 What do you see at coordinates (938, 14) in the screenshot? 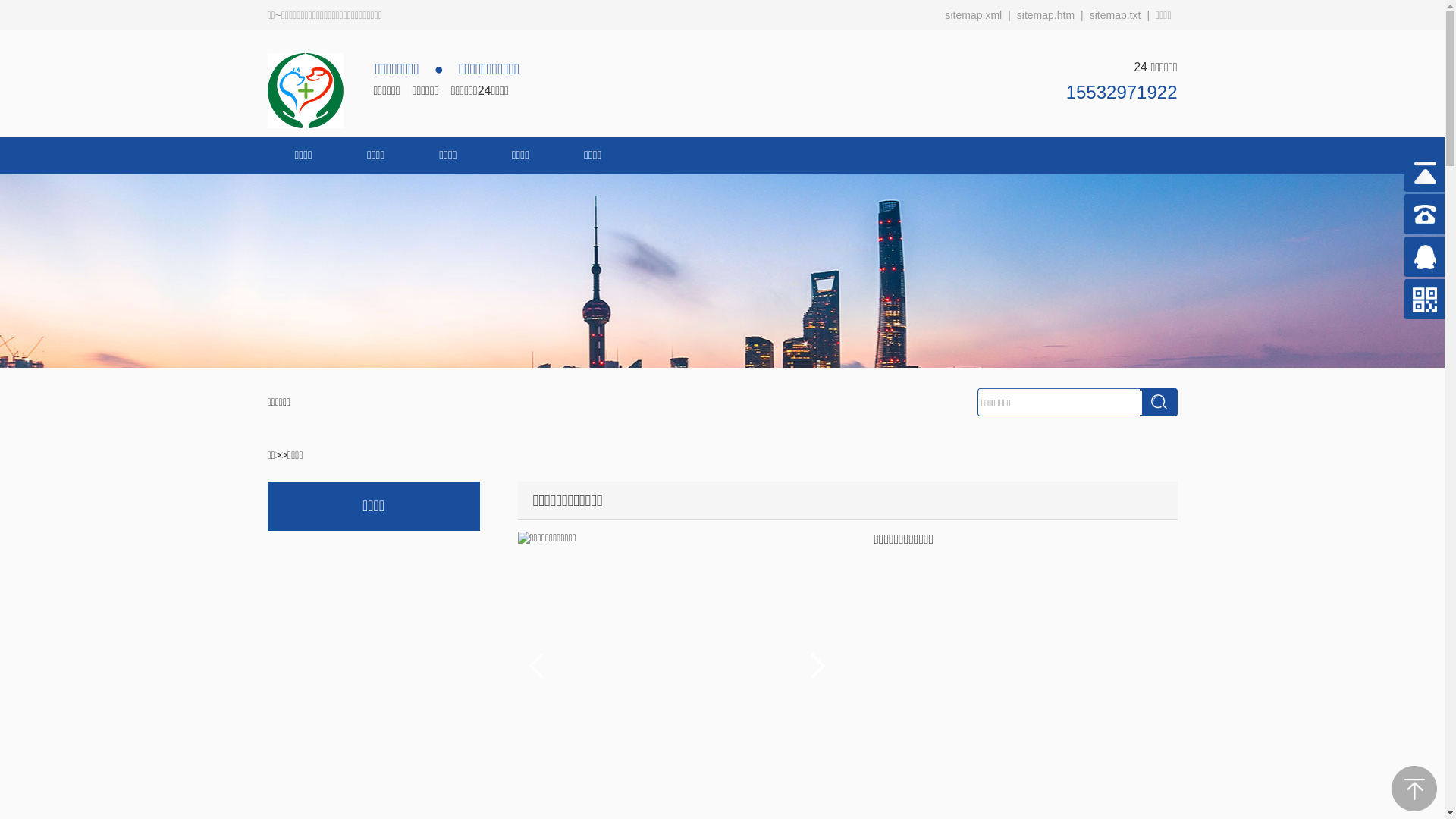
I see `'sitemap.xml'` at bounding box center [938, 14].